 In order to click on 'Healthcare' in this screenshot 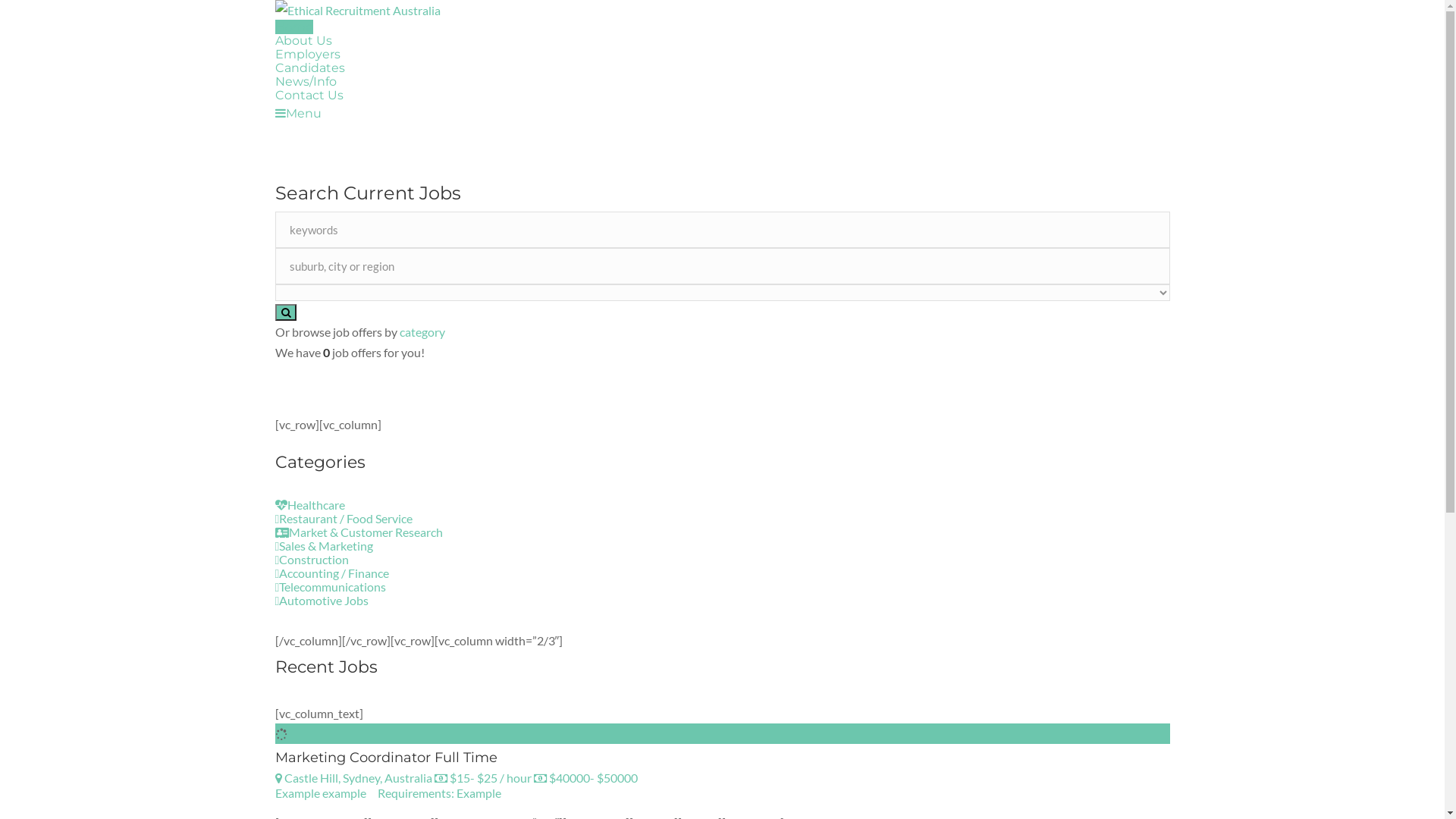, I will do `click(274, 504)`.